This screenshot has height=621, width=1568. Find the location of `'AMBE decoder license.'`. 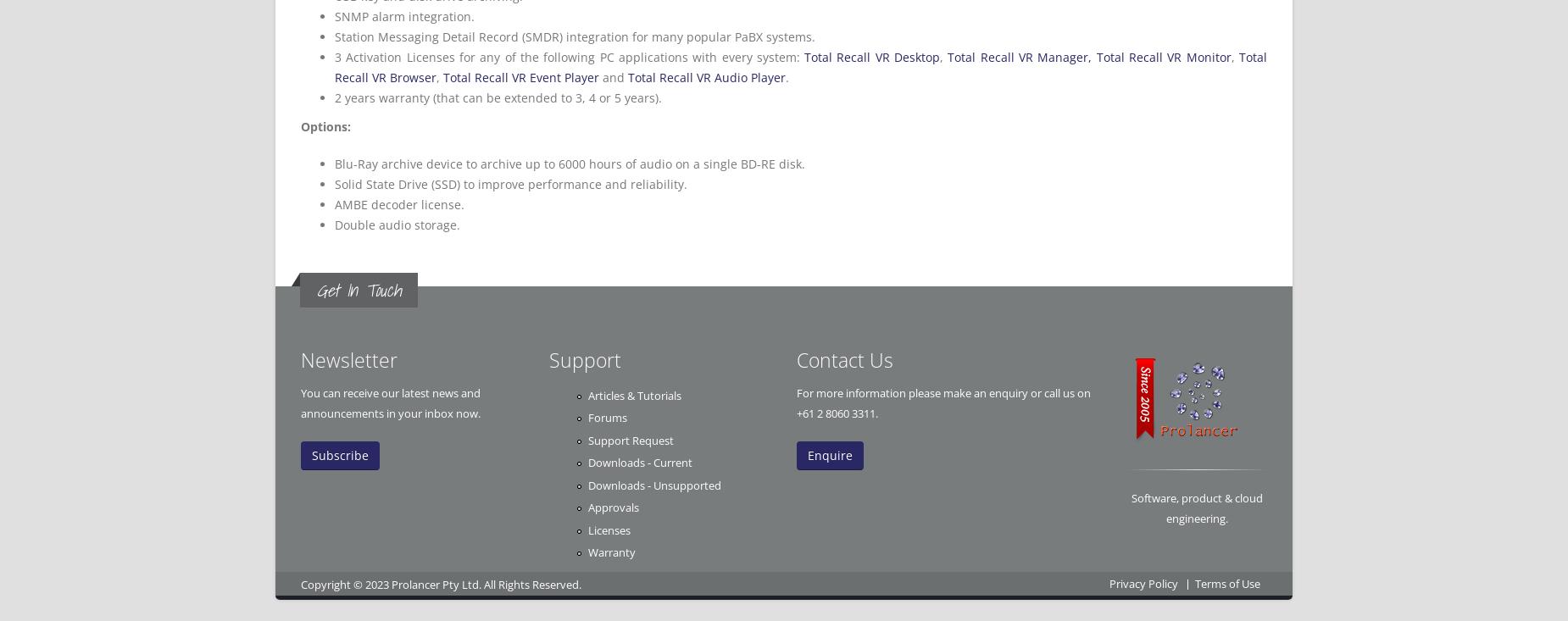

'AMBE decoder license.' is located at coordinates (399, 204).